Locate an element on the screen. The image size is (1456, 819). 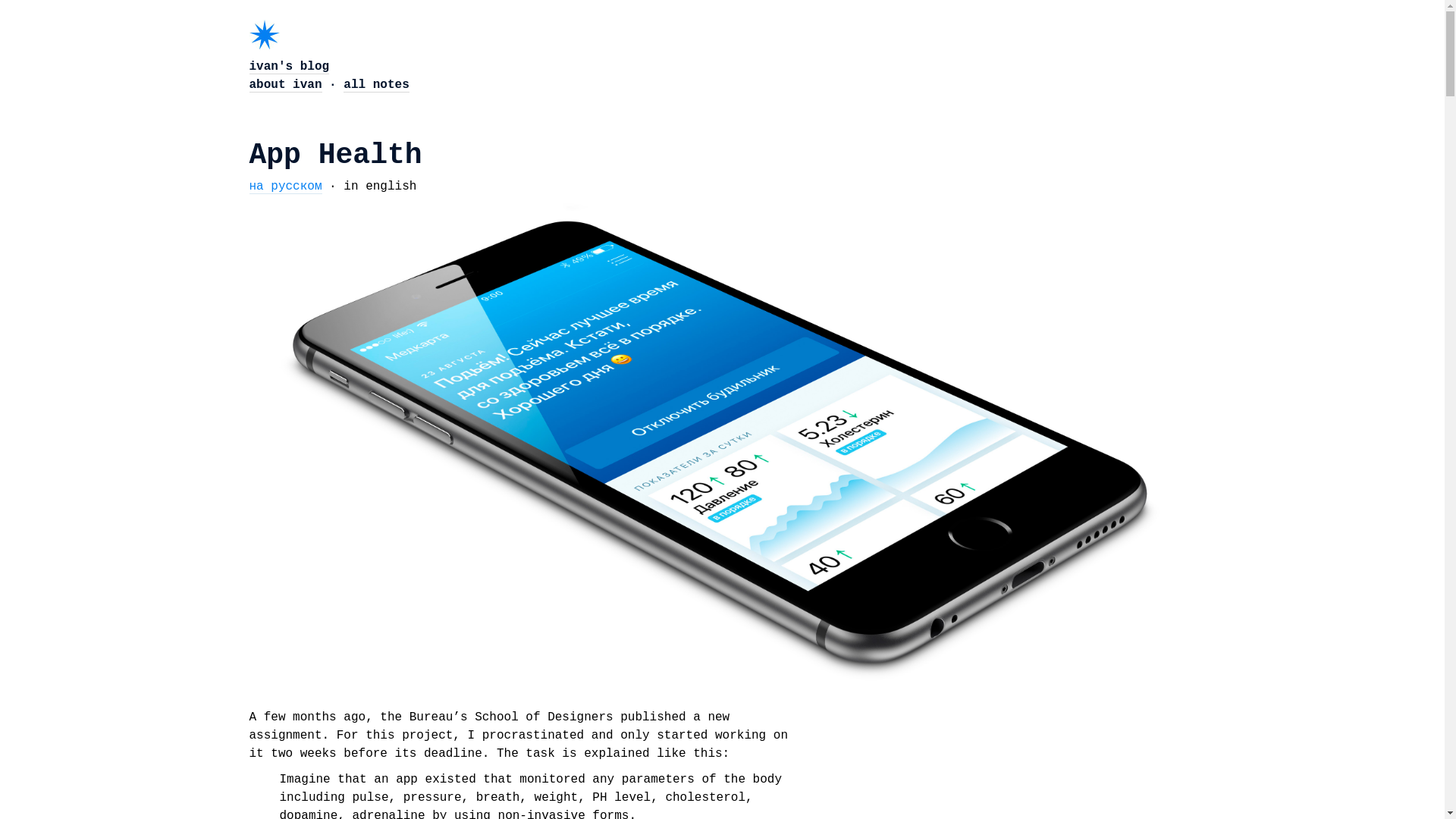
'all notes' is located at coordinates (375, 85).